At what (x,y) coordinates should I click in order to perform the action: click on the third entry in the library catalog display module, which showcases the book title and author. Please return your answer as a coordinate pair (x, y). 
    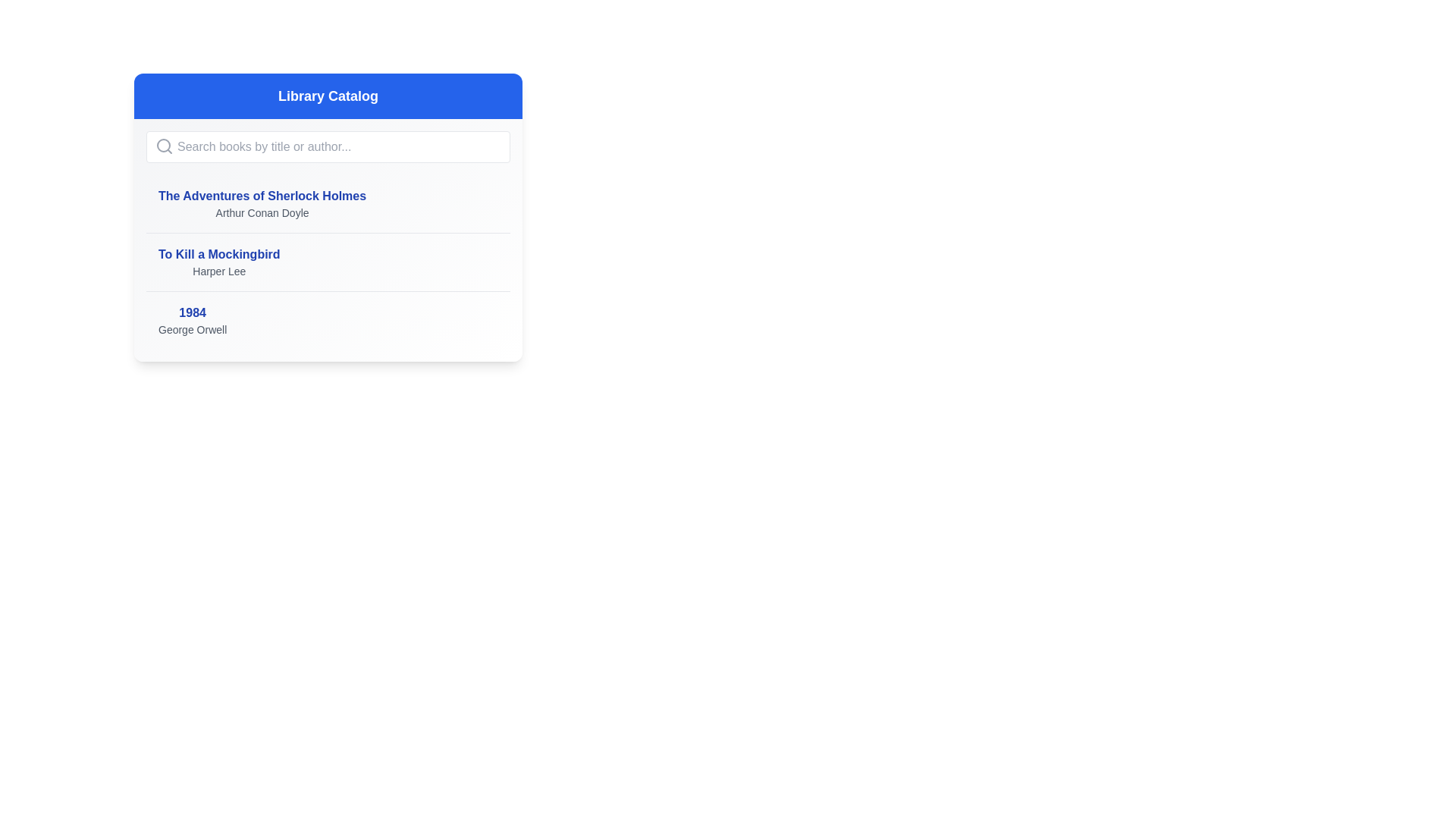
    Looking at the image, I should click on (192, 320).